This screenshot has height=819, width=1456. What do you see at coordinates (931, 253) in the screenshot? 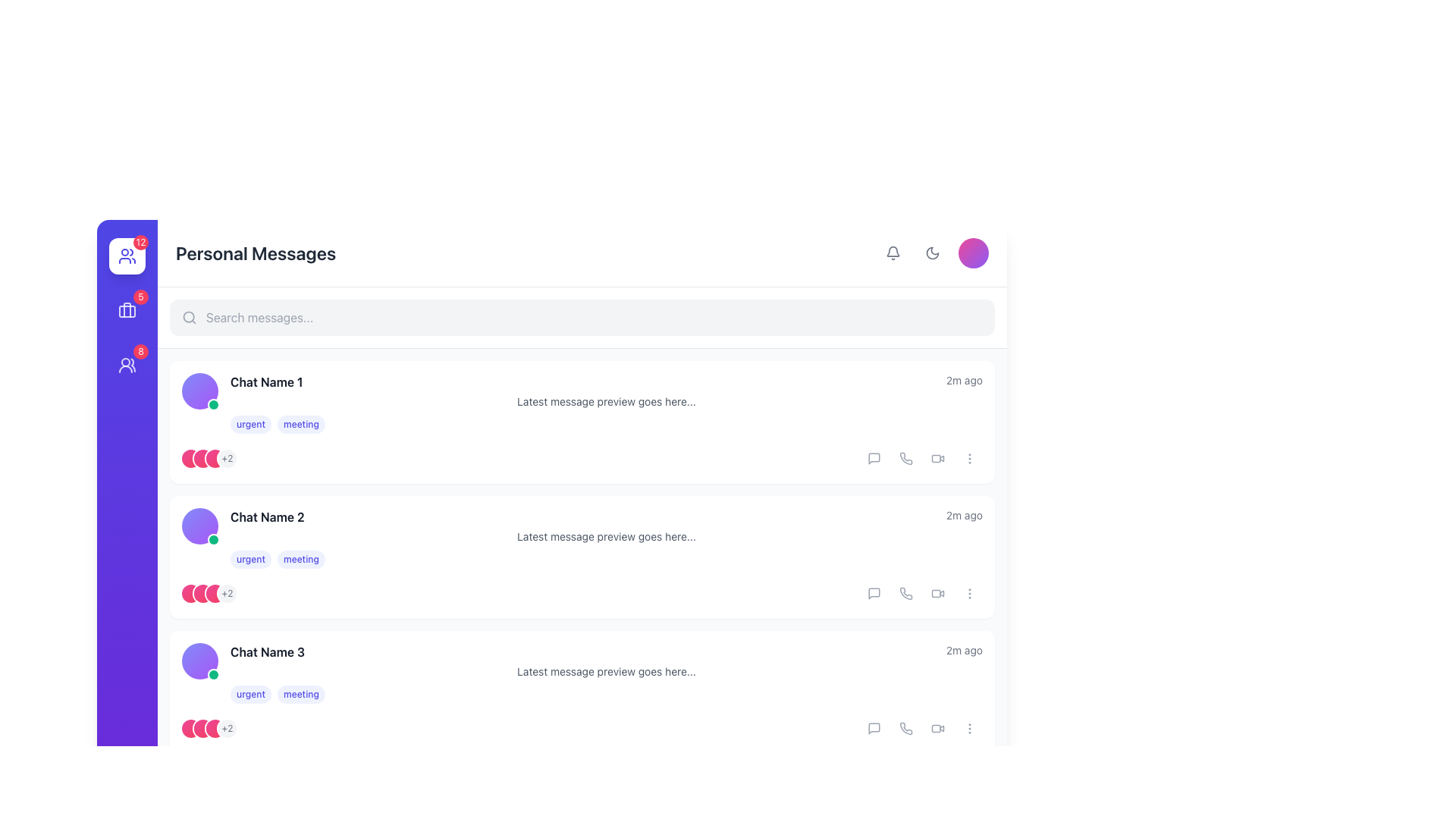
I see `the moon-shaped icon located near the upper-right corner of the interface` at bounding box center [931, 253].